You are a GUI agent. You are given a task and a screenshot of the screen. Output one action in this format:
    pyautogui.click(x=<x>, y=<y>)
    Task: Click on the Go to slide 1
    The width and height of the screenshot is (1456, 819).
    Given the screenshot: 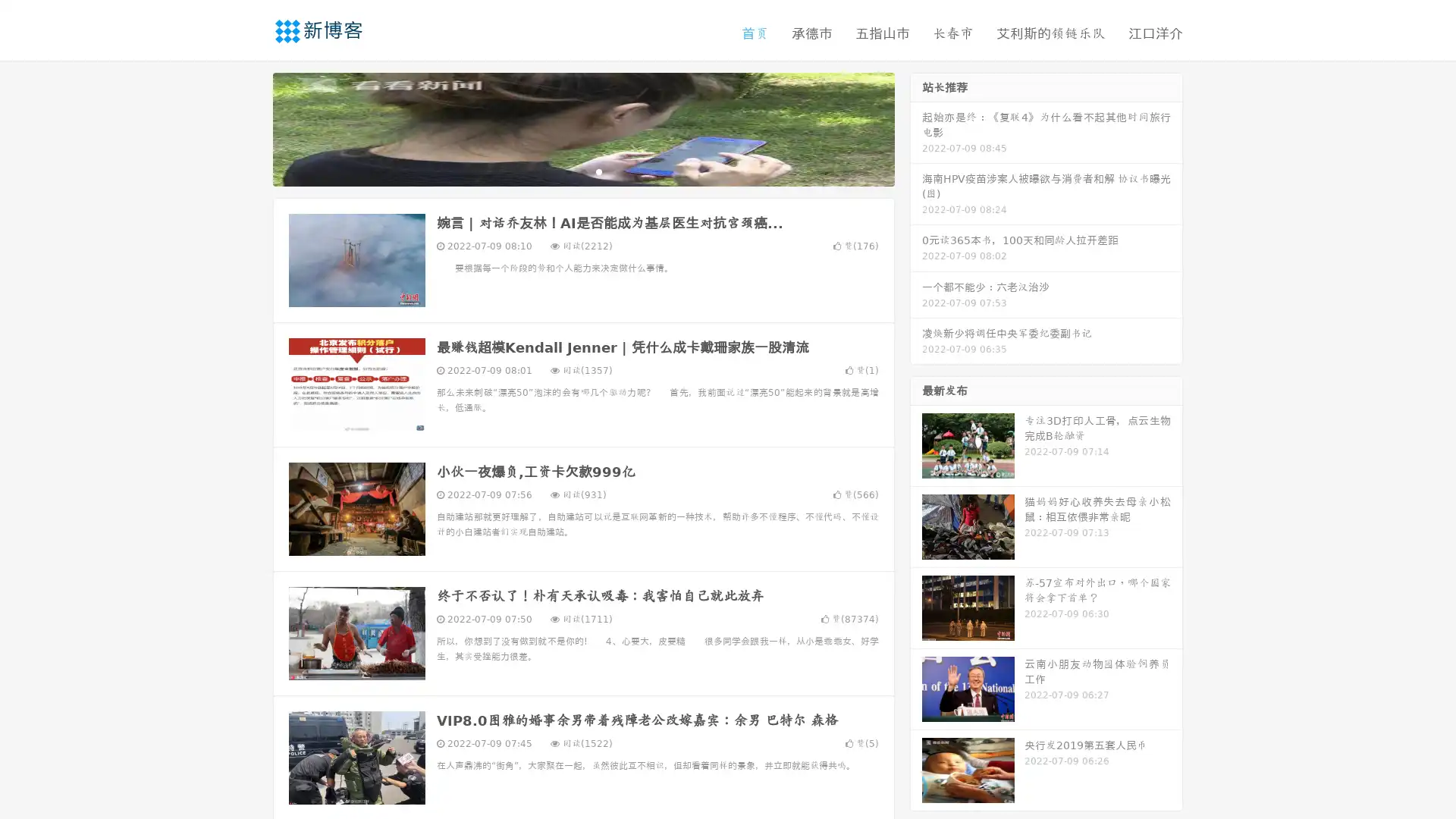 What is the action you would take?
    pyautogui.click(x=567, y=171)
    